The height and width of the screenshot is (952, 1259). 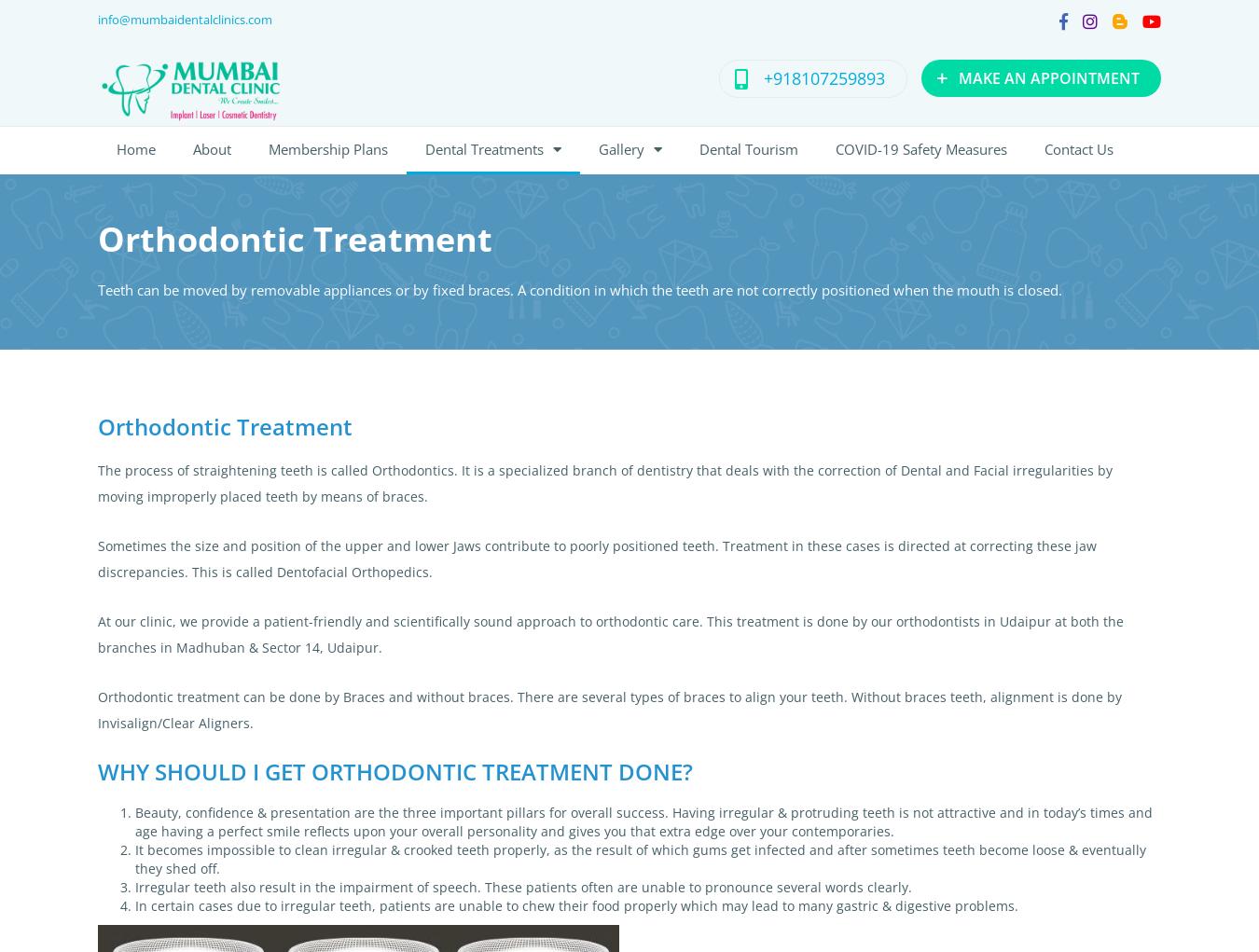 What do you see at coordinates (211, 147) in the screenshot?
I see `'About'` at bounding box center [211, 147].